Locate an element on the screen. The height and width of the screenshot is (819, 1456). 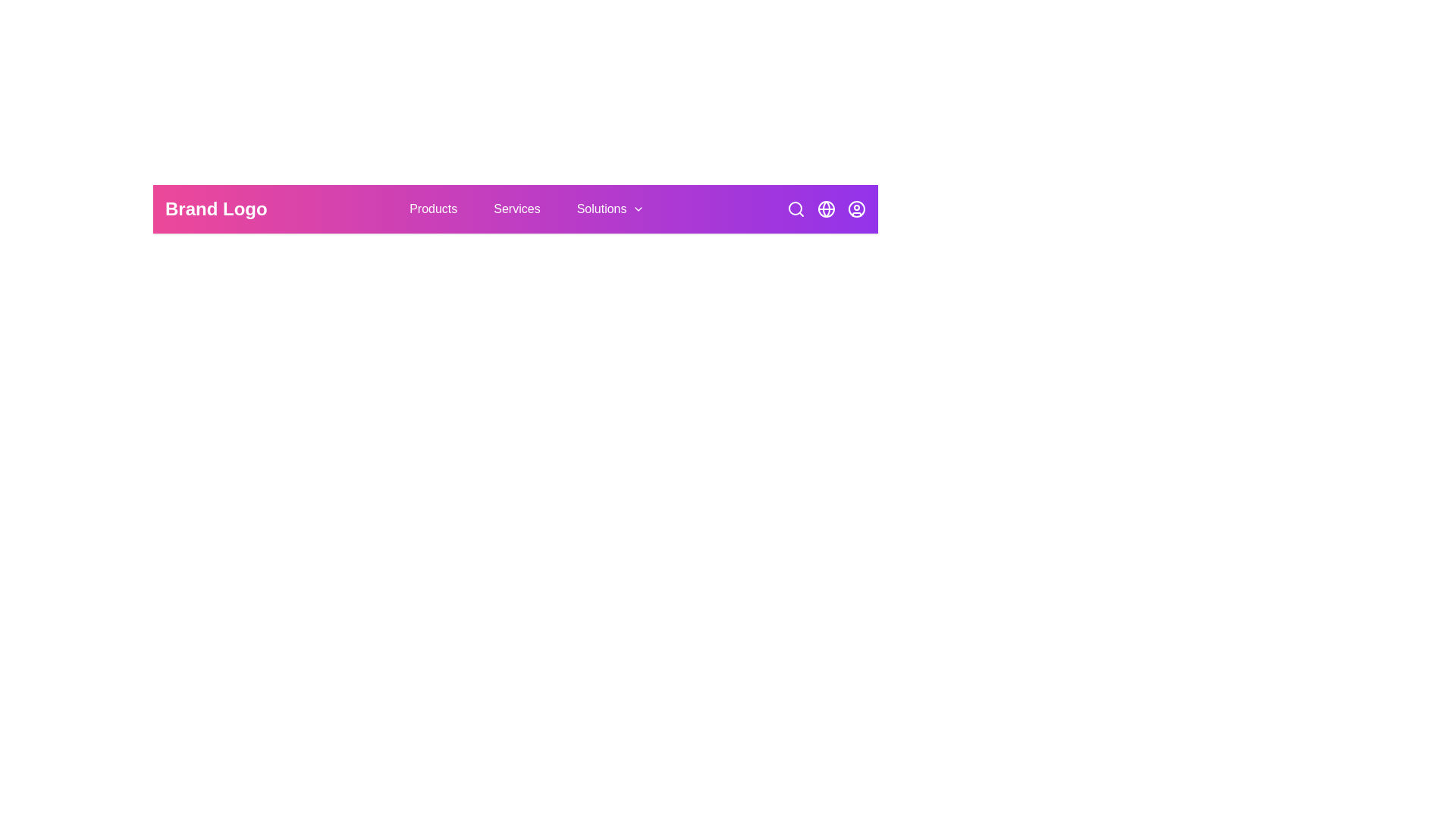
the globe icon is located at coordinates (825, 209).